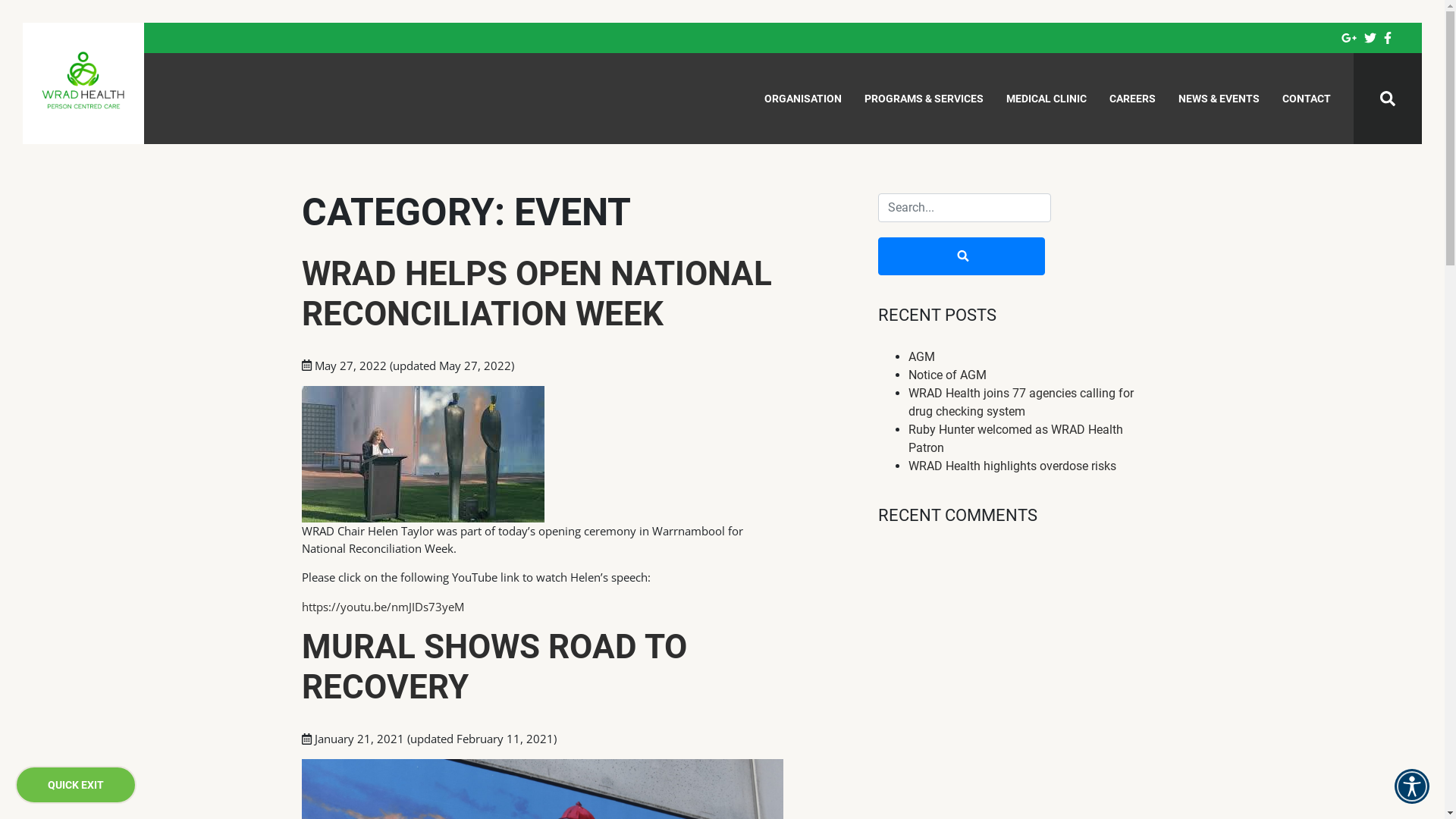  I want to click on 'CONTACT', so click(1270, 99).